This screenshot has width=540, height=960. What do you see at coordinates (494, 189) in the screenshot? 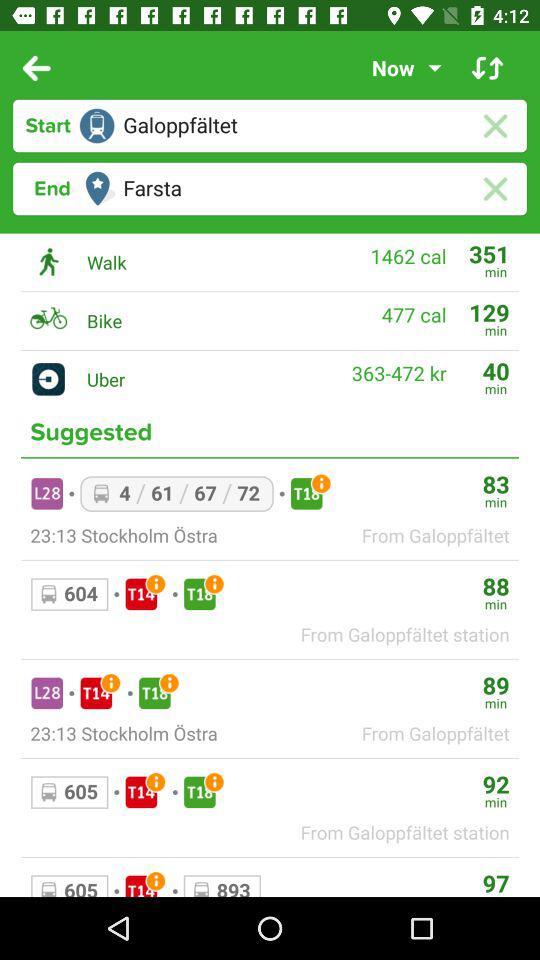
I see `delete route` at bounding box center [494, 189].